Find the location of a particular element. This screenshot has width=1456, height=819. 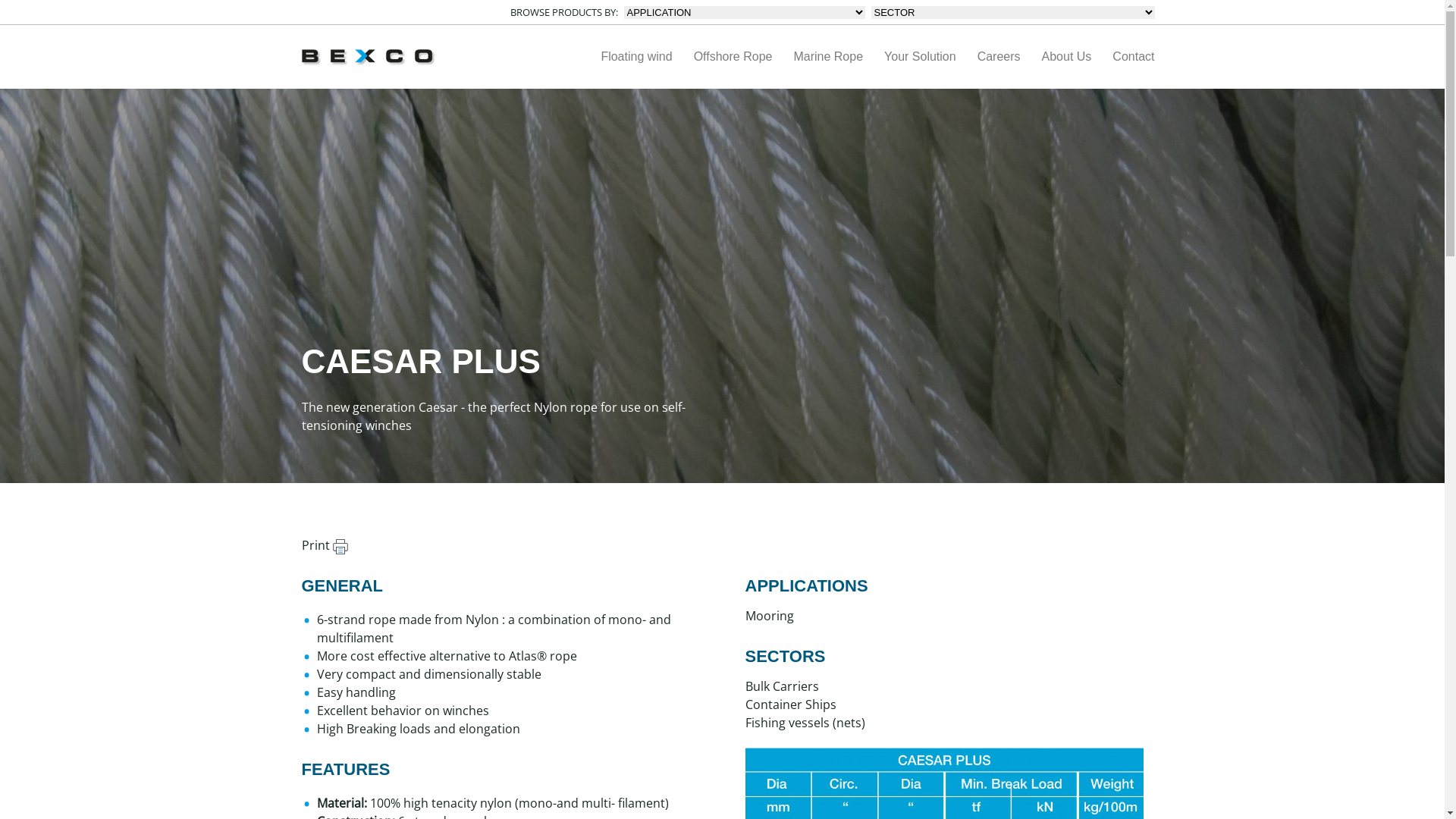

'Careers' is located at coordinates (999, 55).